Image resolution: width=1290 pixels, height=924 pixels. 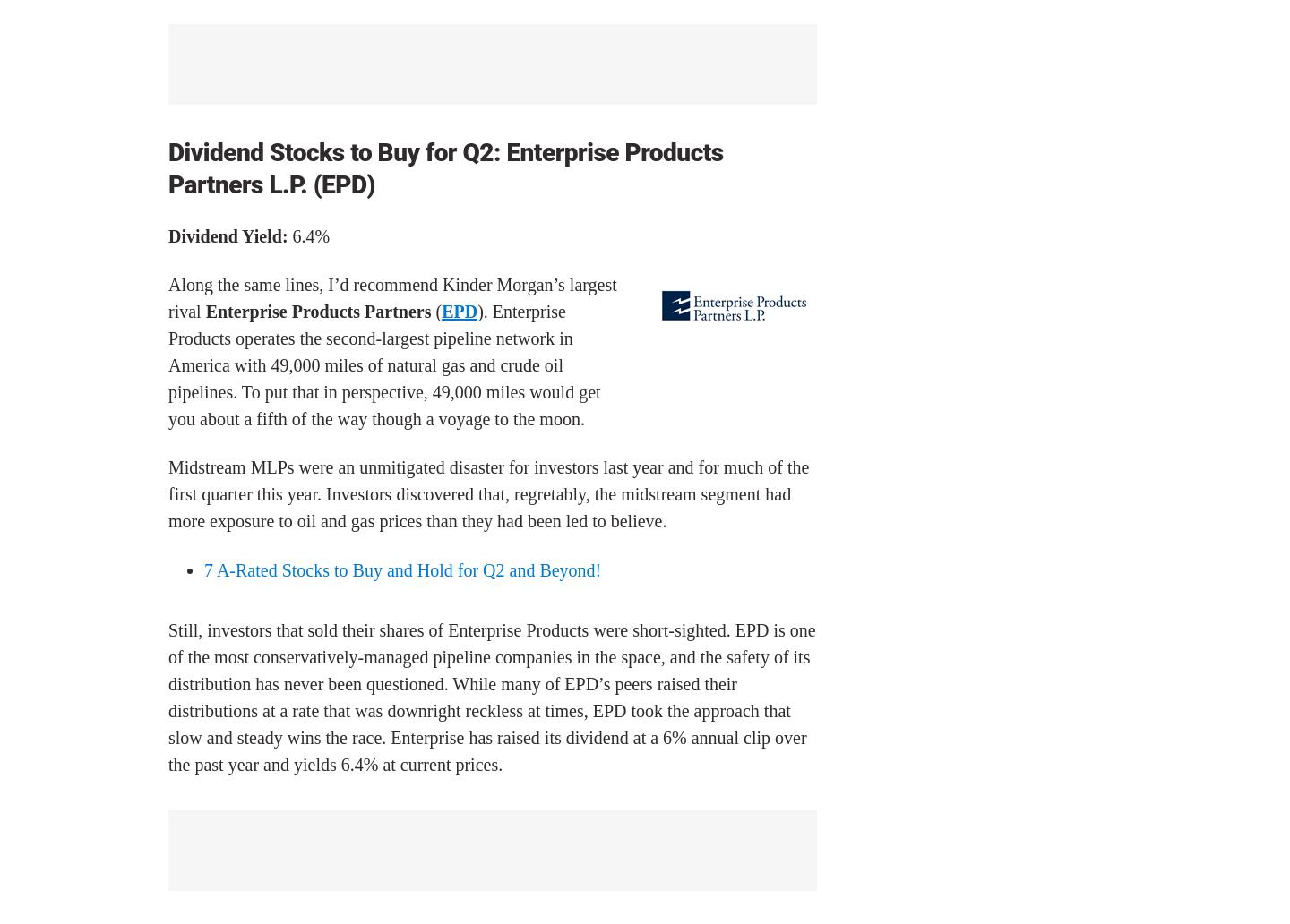 What do you see at coordinates (459, 311) in the screenshot?
I see `'EPD'` at bounding box center [459, 311].